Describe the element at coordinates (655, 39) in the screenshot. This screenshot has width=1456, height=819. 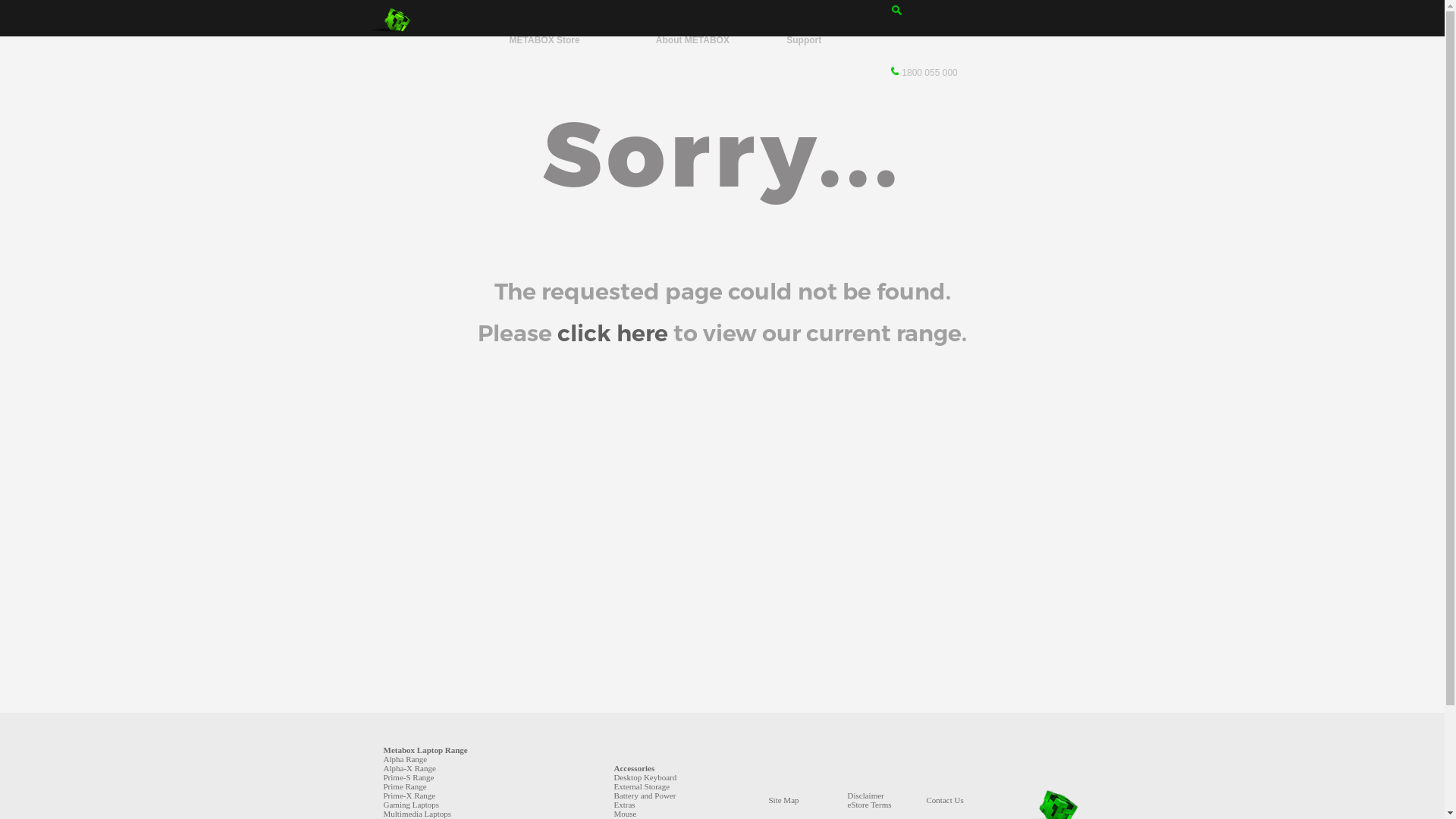
I see `'About METABOX'` at that location.